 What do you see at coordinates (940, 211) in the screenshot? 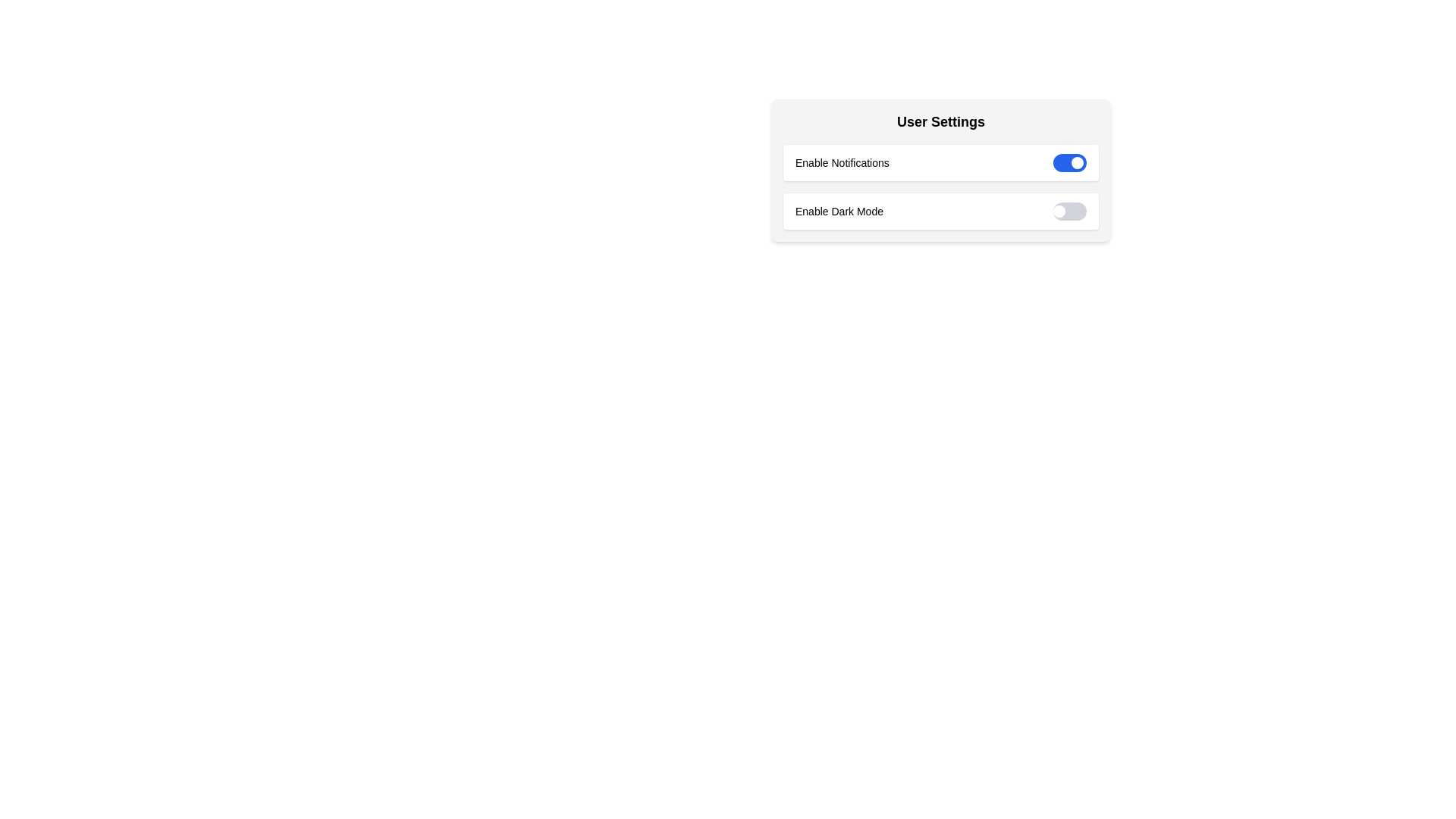
I see `the toggle switch in the User Settings to change its state for dark mode functionality` at bounding box center [940, 211].